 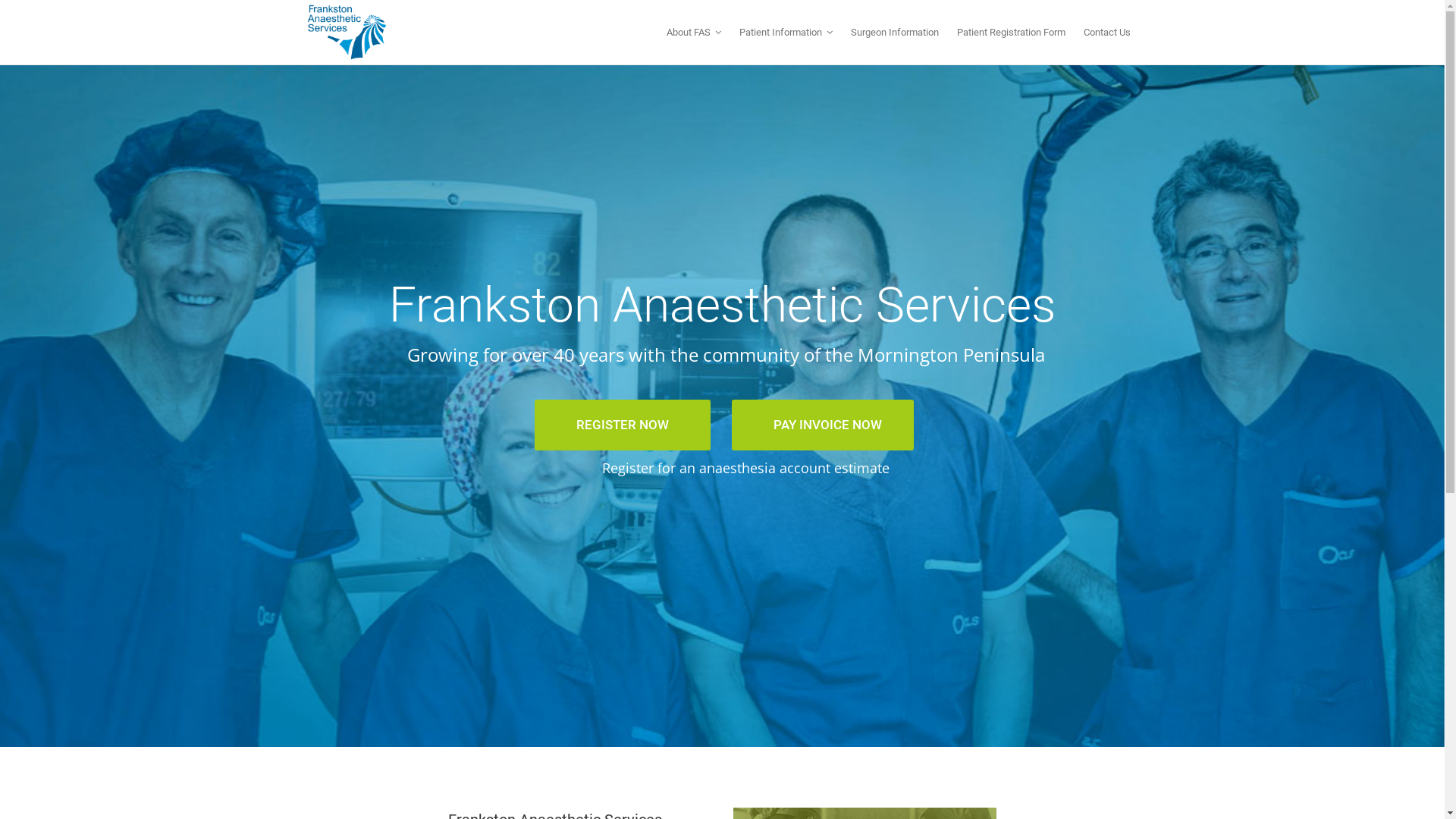 What do you see at coordinates (622, 425) in the screenshot?
I see `'REGISTER NOW'` at bounding box center [622, 425].